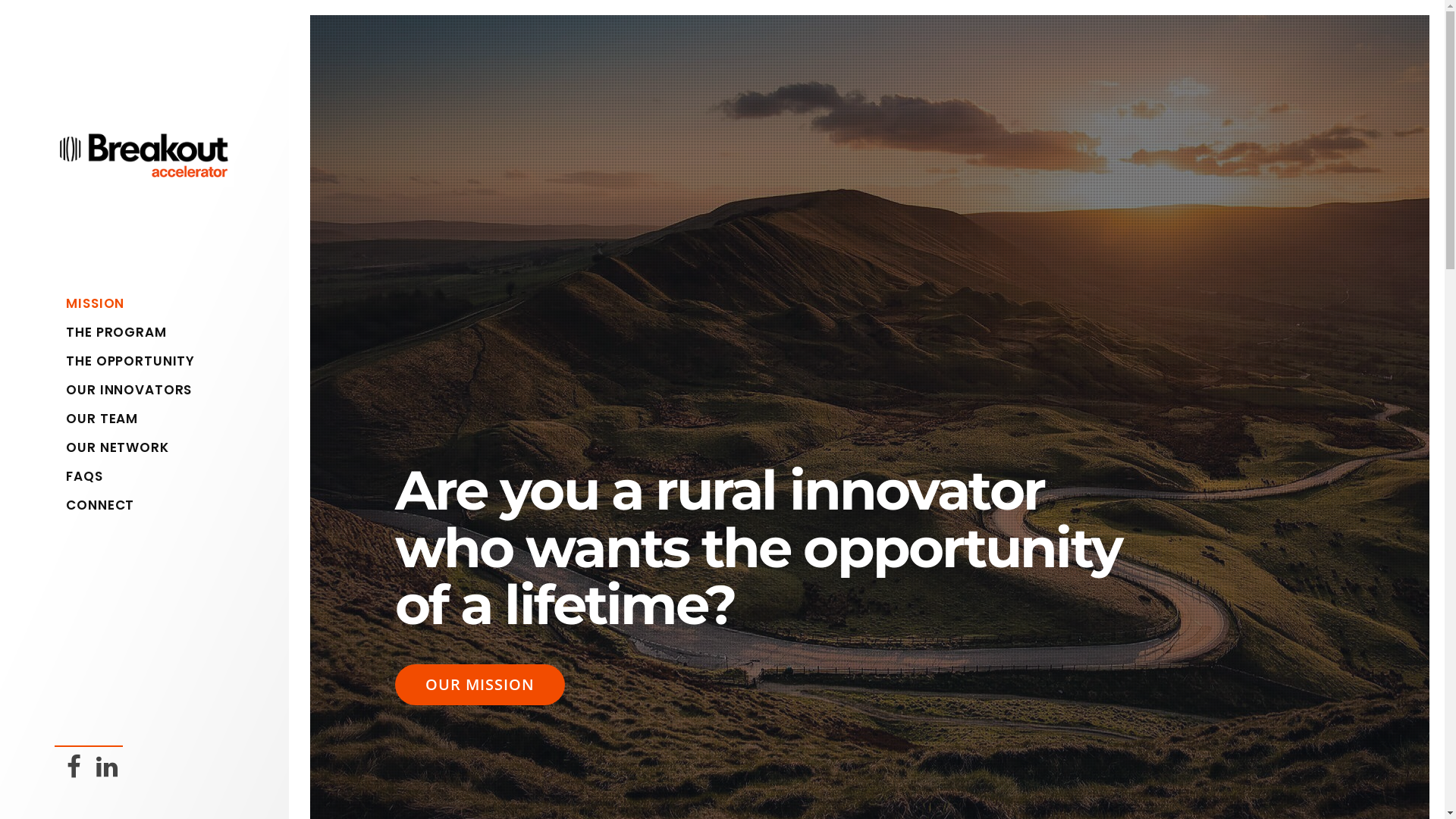 The image size is (1456, 819). What do you see at coordinates (149, 388) in the screenshot?
I see `'OUR INNOVATORS'` at bounding box center [149, 388].